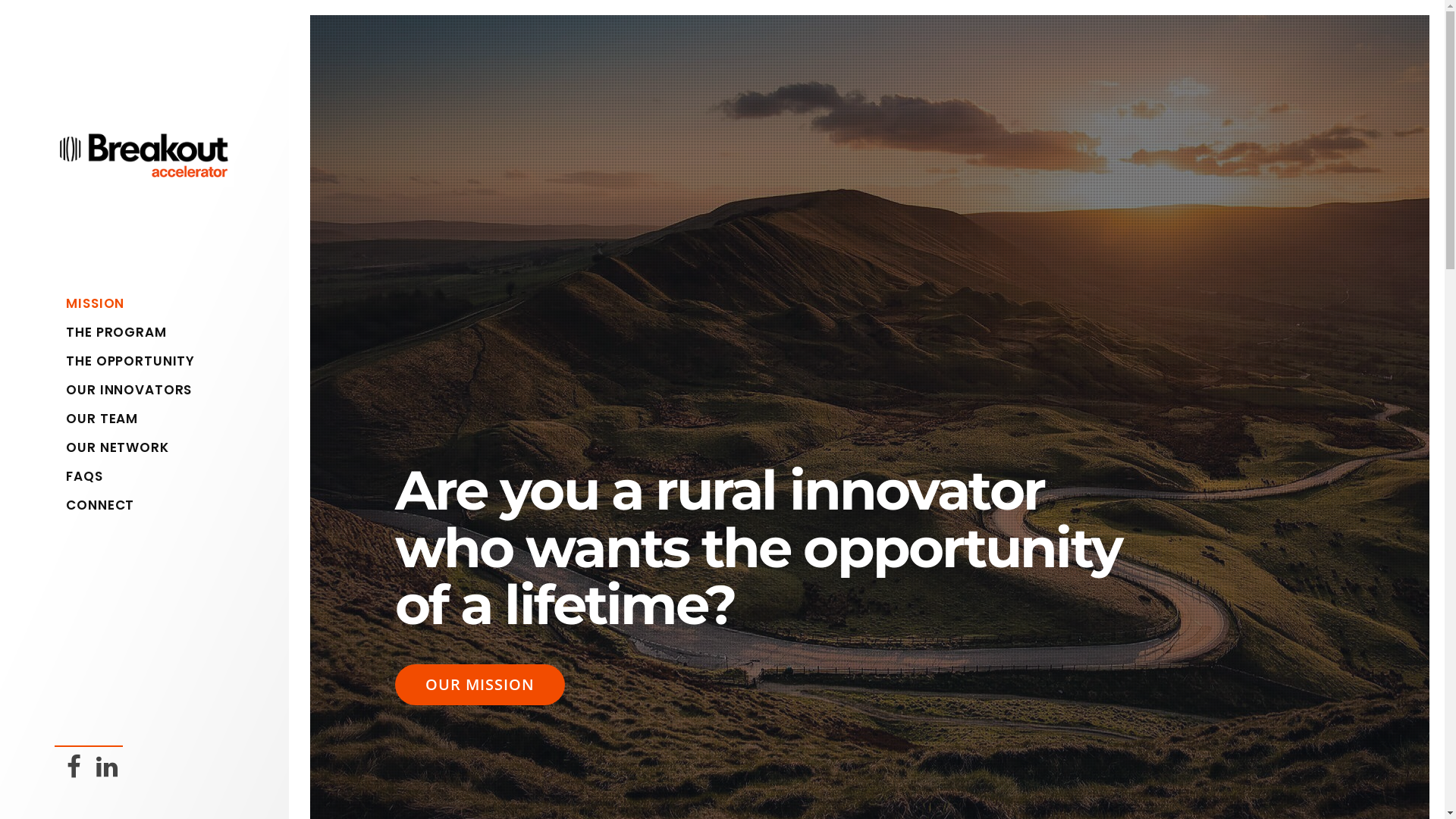 The image size is (1456, 819). What do you see at coordinates (149, 388) in the screenshot?
I see `'OUR INNOVATORS'` at bounding box center [149, 388].